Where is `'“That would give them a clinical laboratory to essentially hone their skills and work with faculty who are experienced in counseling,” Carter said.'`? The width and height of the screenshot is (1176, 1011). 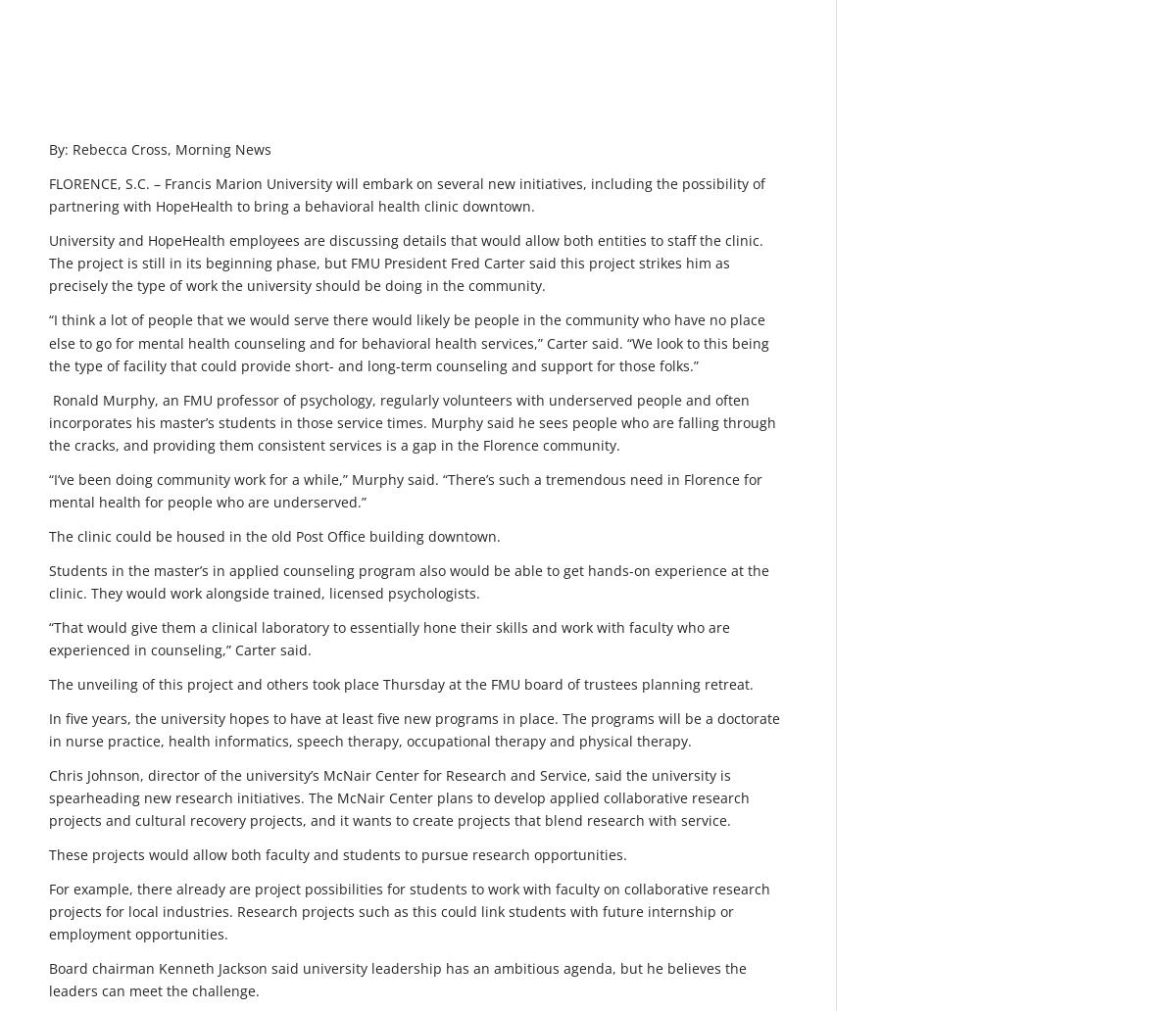 '“That would give them a clinical laboratory to essentially hone their skills and work with faculty who are experienced in counseling,” Carter said.' is located at coordinates (389, 636).